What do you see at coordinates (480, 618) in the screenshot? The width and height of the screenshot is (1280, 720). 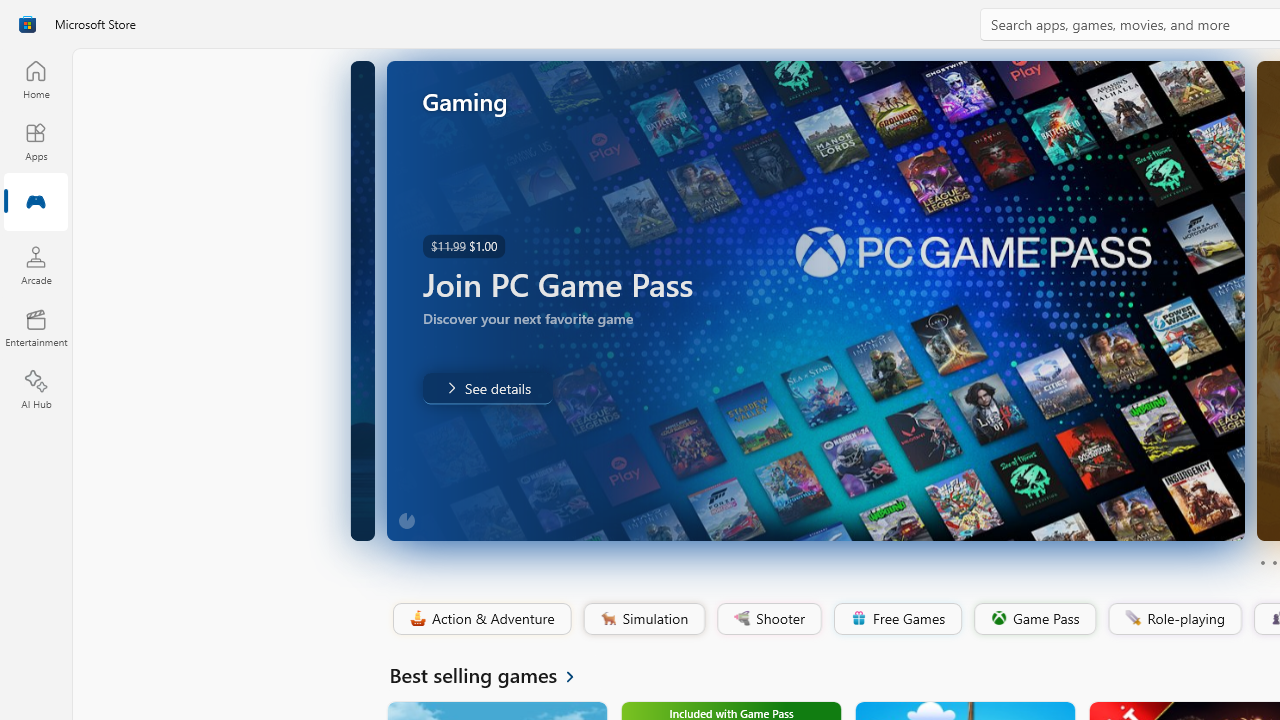 I see `'Action & Adventure'` at bounding box center [480, 618].